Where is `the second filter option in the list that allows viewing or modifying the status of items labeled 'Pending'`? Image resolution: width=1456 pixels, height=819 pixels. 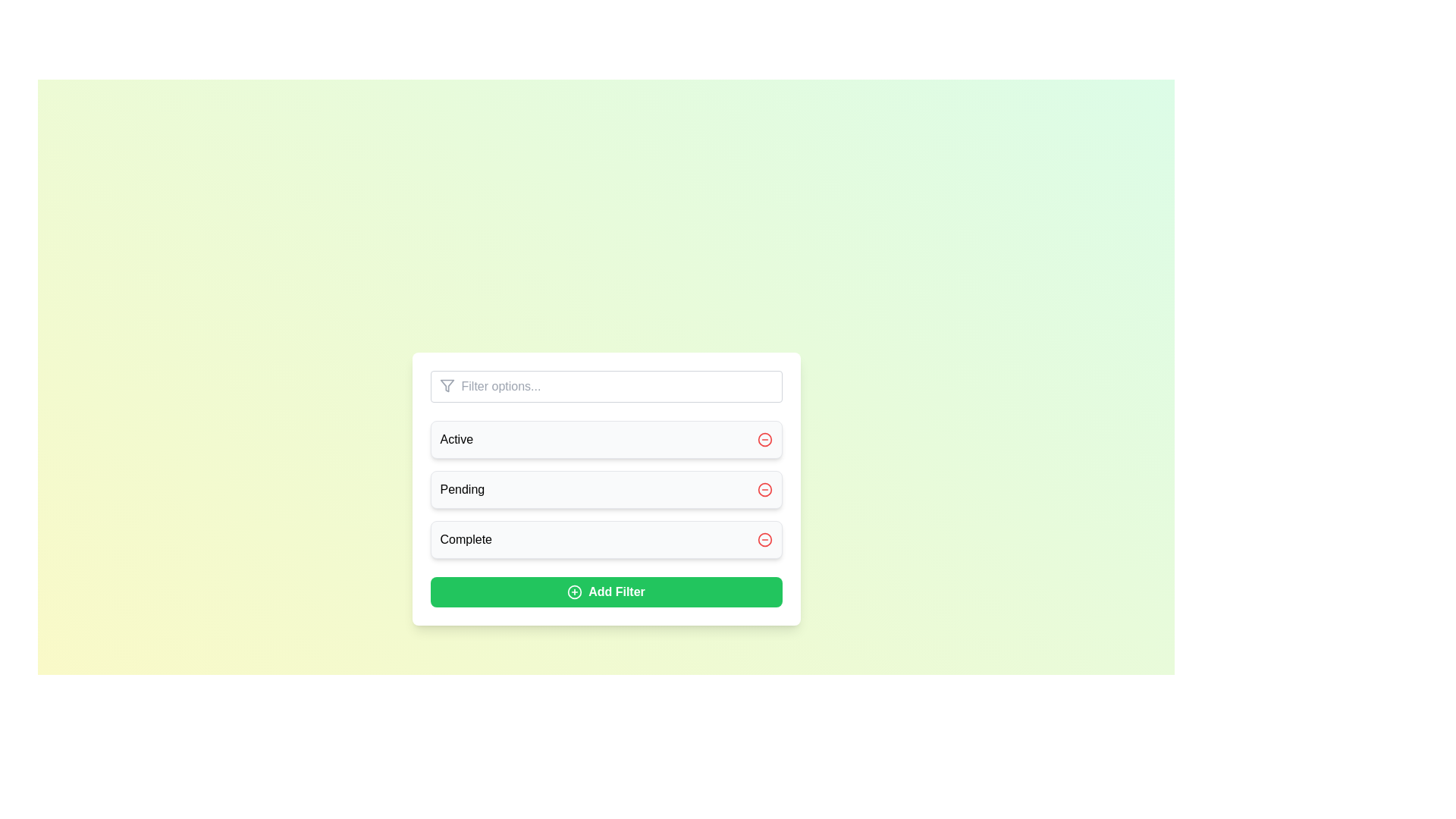 the second filter option in the list that allows viewing or modifying the status of items labeled 'Pending' is located at coordinates (605, 488).